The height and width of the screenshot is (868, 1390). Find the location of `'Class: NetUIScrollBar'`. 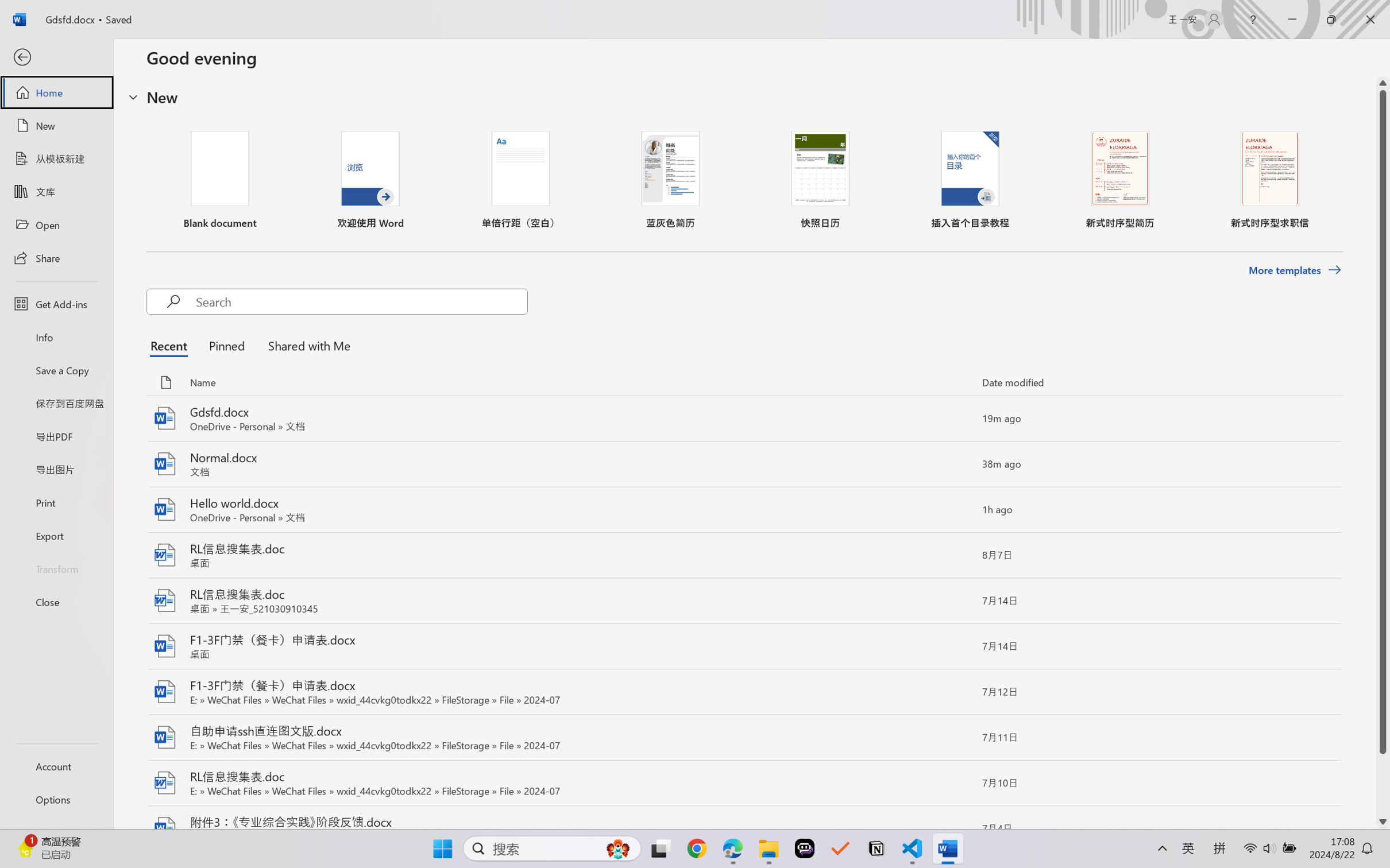

'Class: NetUIScrollBar' is located at coordinates (1383, 452).